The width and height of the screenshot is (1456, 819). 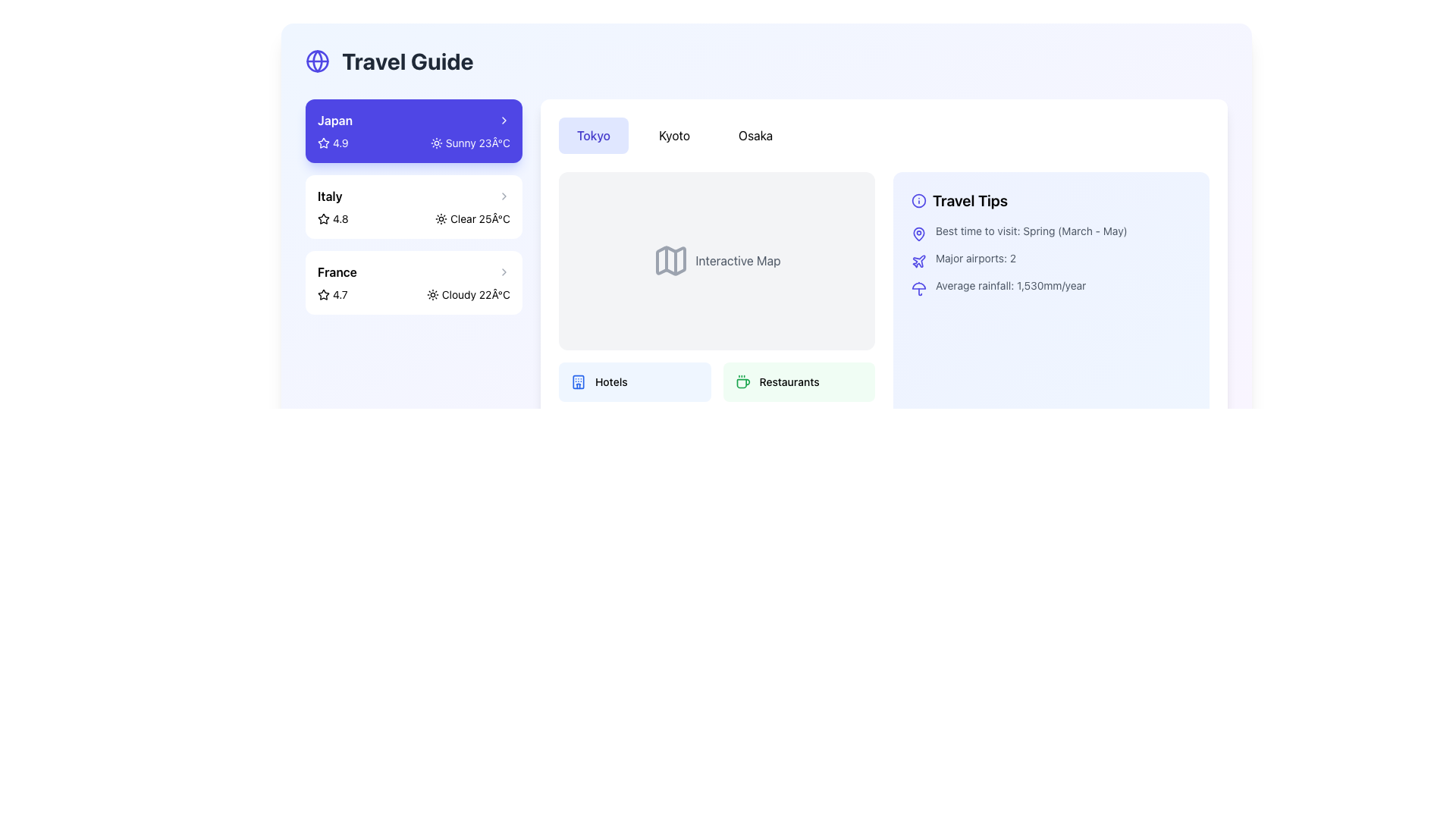 What do you see at coordinates (440, 219) in the screenshot?
I see `the sunny weather icon for Italy, which is located to the left of the text 'Clear 25°C' in the second list item of weather conditions` at bounding box center [440, 219].